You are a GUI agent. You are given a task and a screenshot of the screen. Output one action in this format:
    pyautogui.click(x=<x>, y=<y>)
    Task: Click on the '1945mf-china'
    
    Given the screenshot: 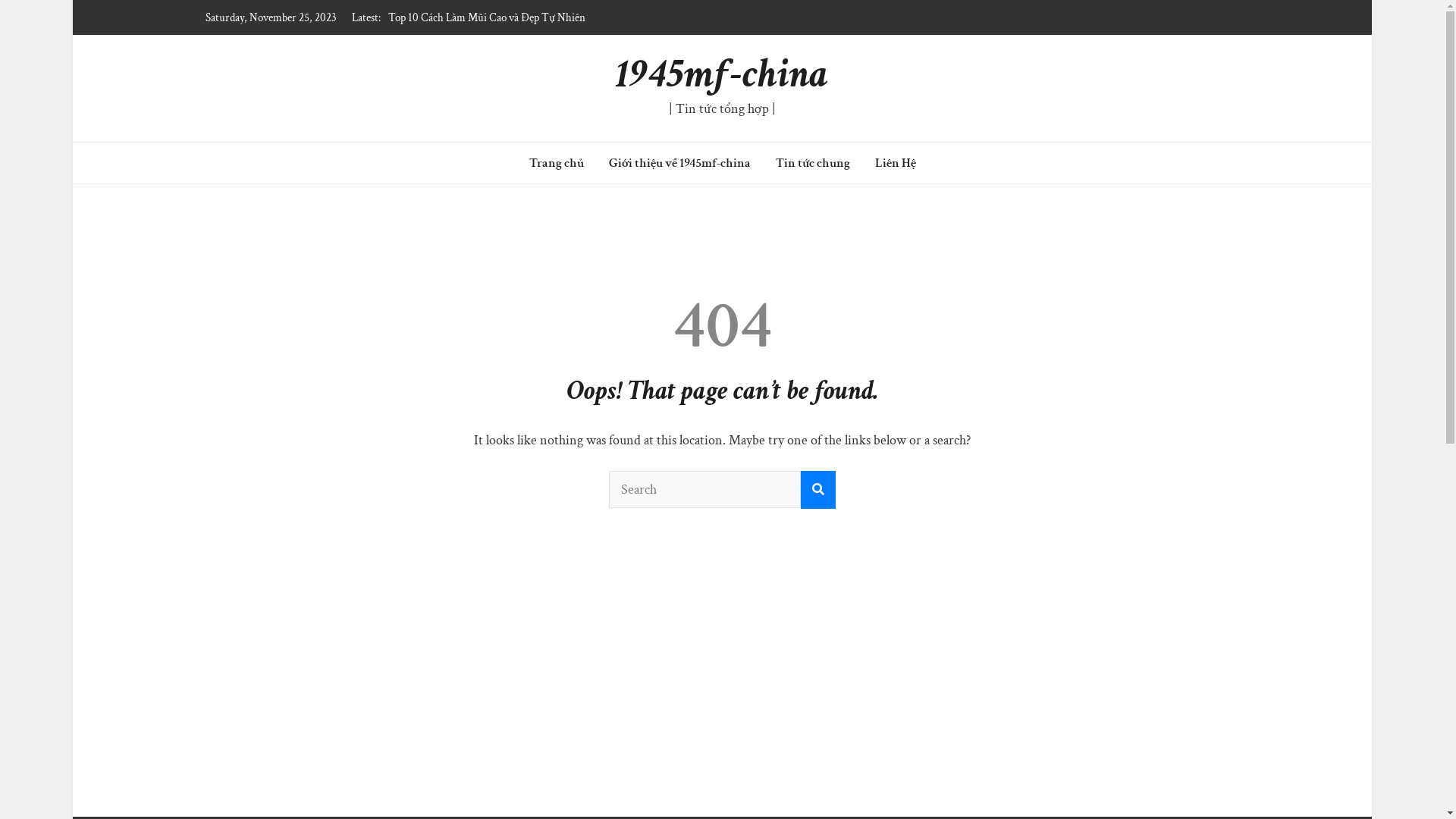 What is the action you would take?
    pyautogui.click(x=721, y=74)
    